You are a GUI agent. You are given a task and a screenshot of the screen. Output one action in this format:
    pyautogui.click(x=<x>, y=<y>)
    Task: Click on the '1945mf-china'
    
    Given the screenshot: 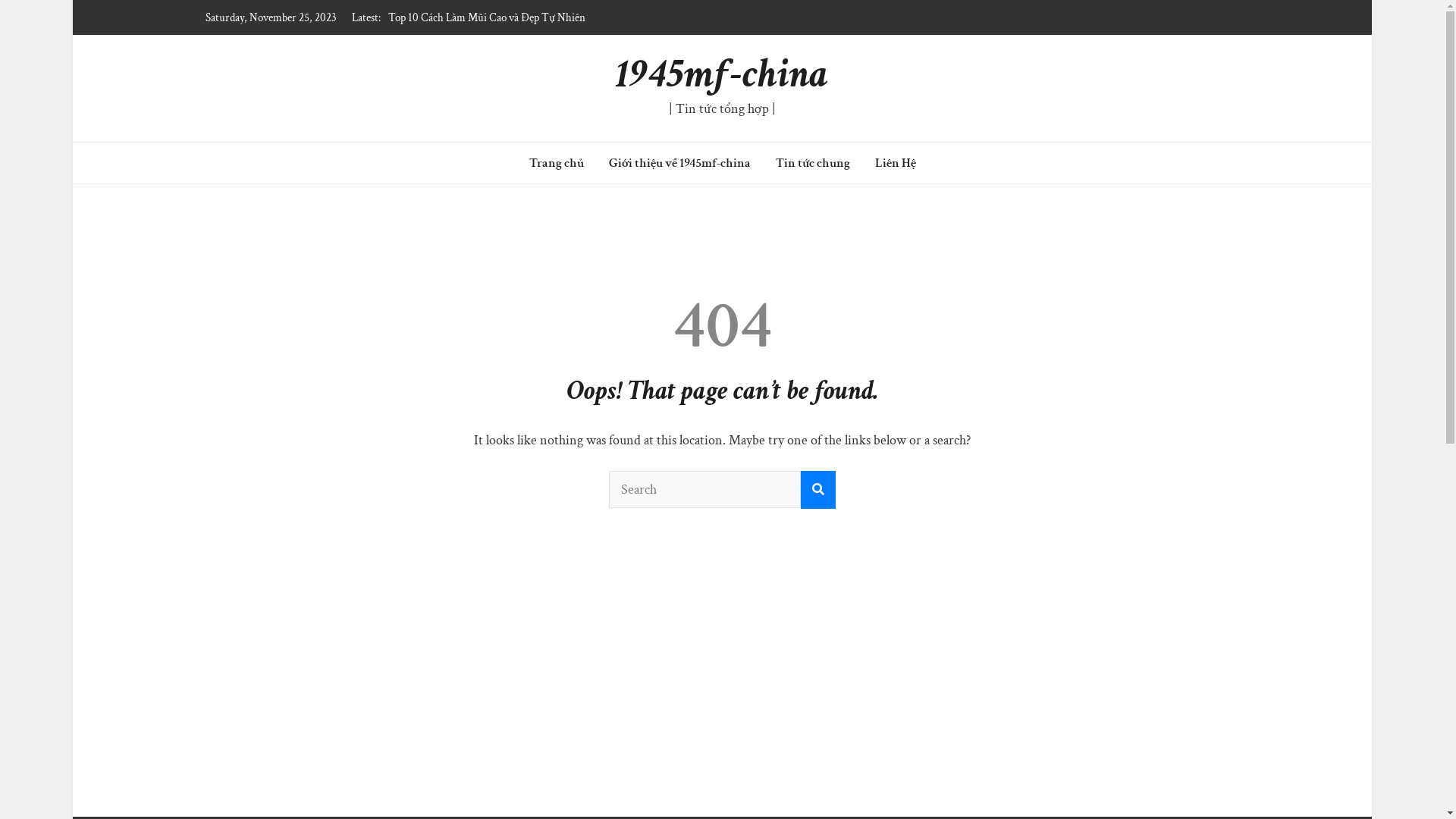 What is the action you would take?
    pyautogui.click(x=721, y=74)
    